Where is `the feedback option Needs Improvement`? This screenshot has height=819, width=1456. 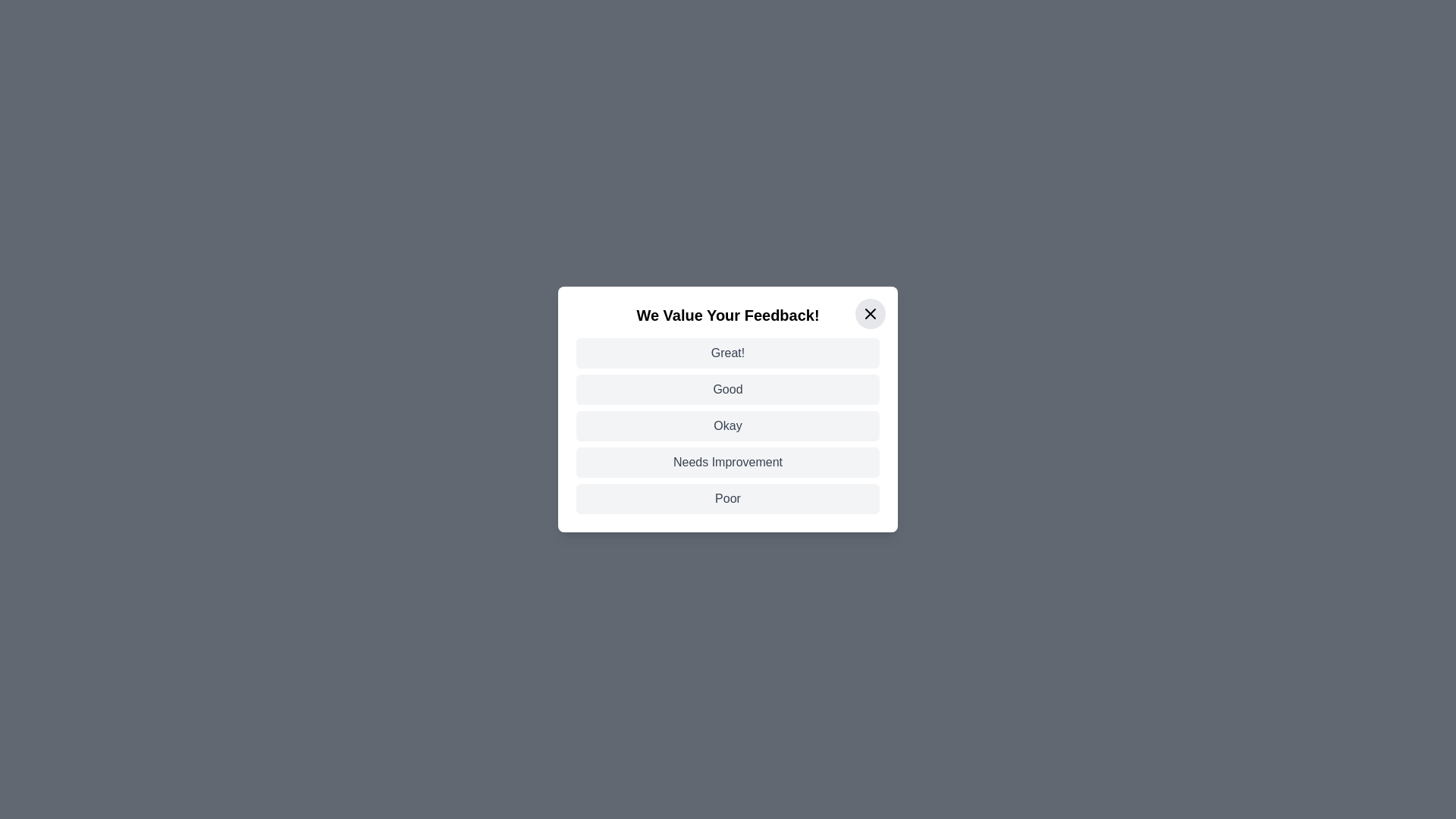
the feedback option Needs Improvement is located at coordinates (728, 461).